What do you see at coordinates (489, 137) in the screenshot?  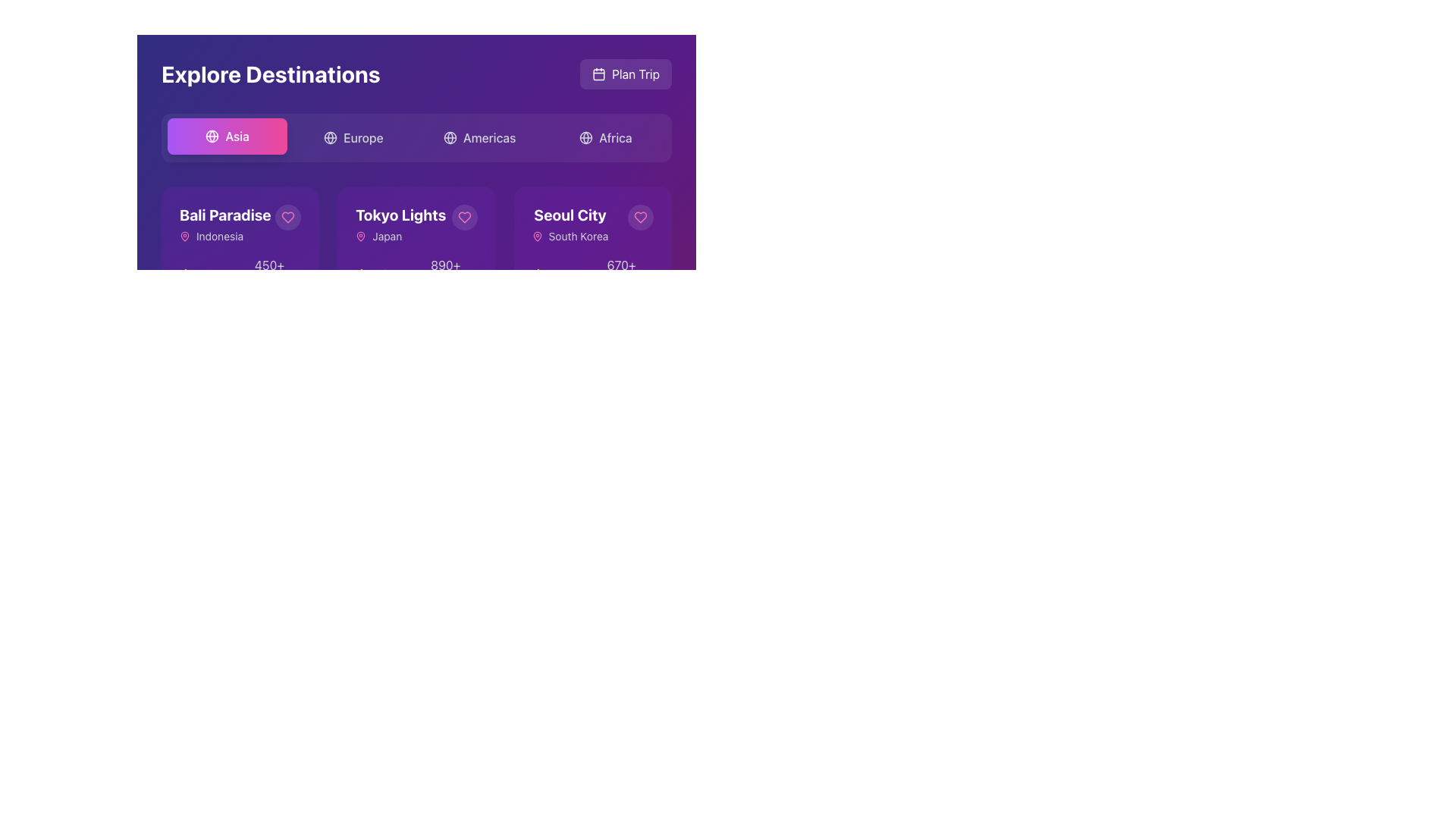 I see `the 'Americas' text label in the navigation bar` at bounding box center [489, 137].